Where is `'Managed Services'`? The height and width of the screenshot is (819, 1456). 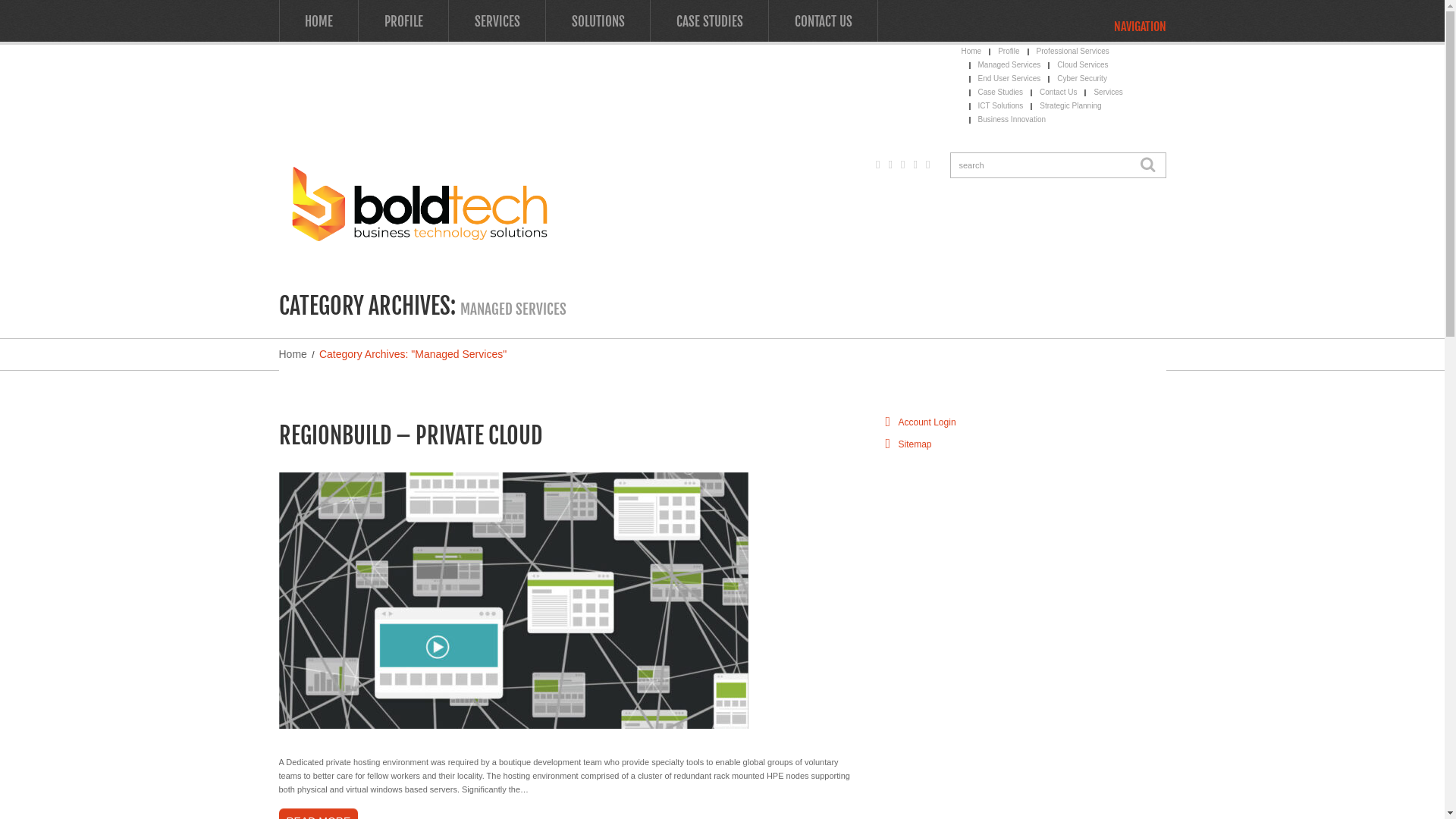
'Managed Services' is located at coordinates (1009, 64).